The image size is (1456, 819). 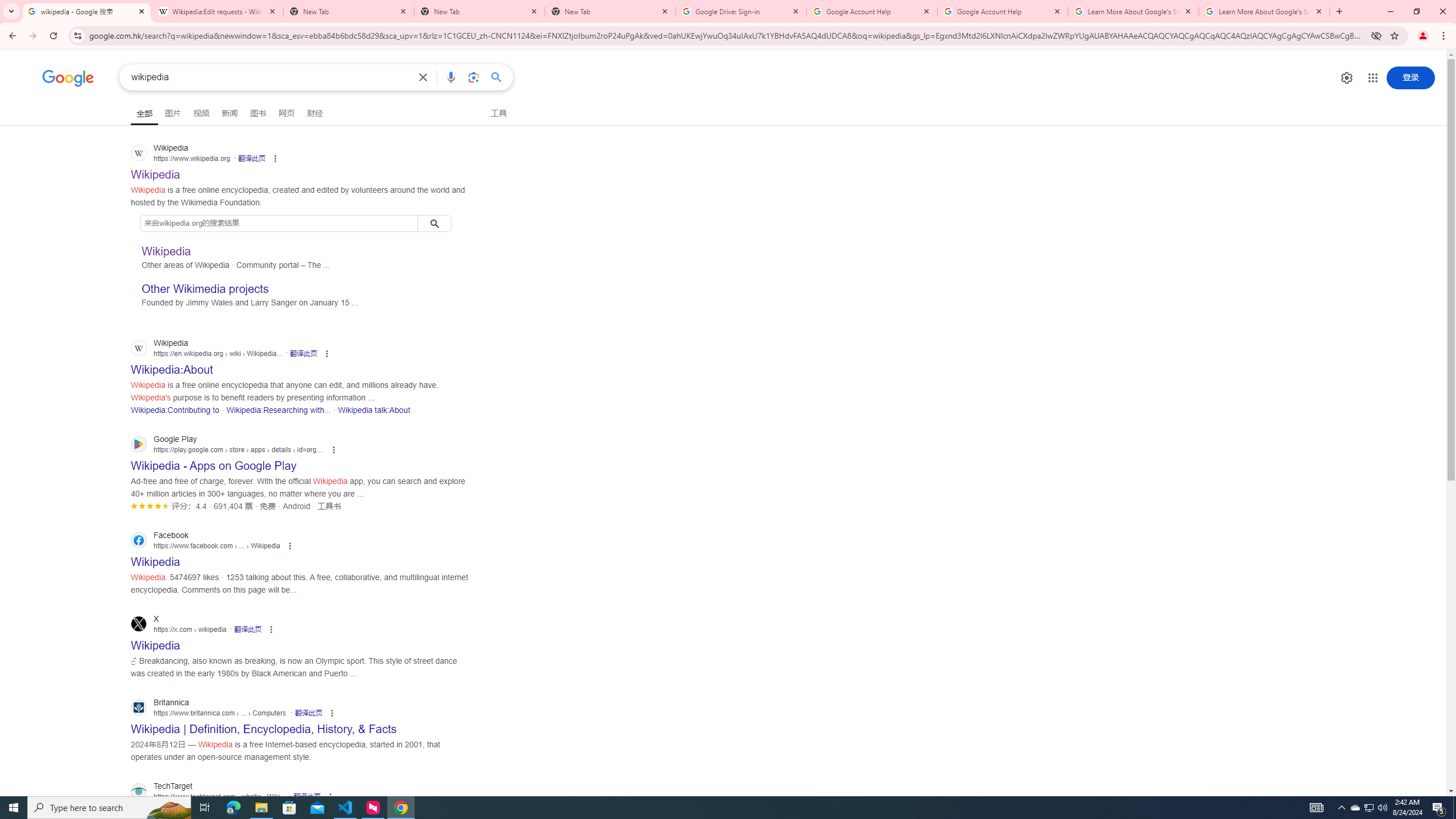 I want to click on 'System', so click(x=6, y=5).